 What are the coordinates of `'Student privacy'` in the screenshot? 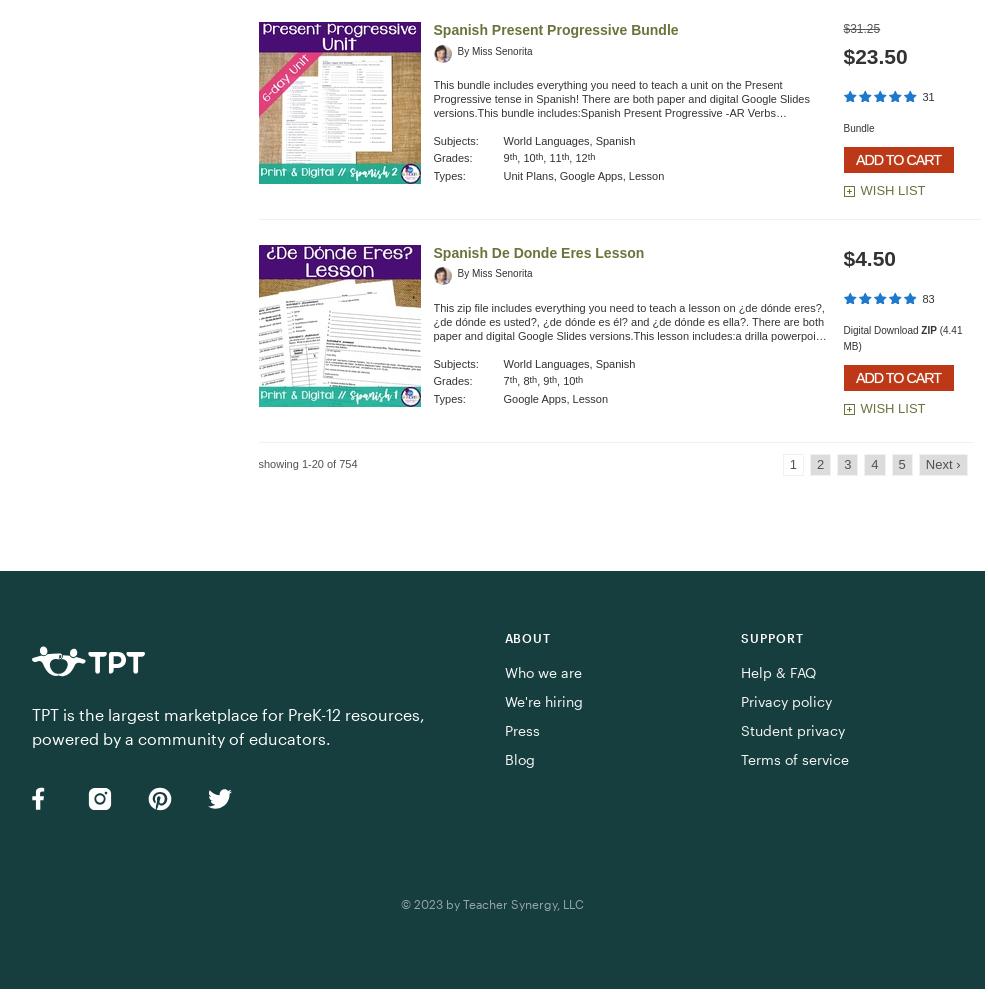 It's located at (740, 729).